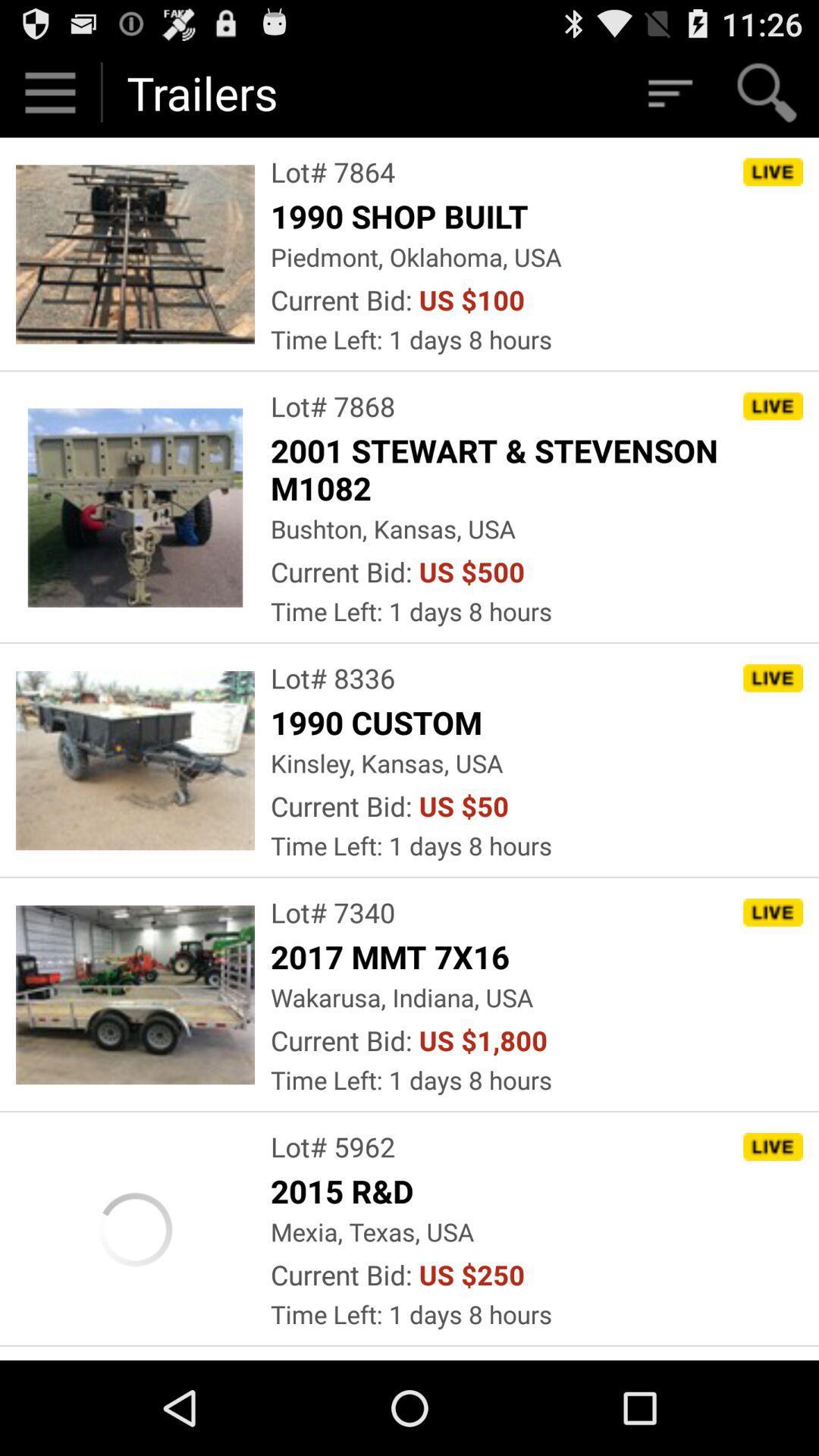 The height and width of the screenshot is (1456, 819). What do you see at coordinates (49, 98) in the screenshot?
I see `the menu icon` at bounding box center [49, 98].